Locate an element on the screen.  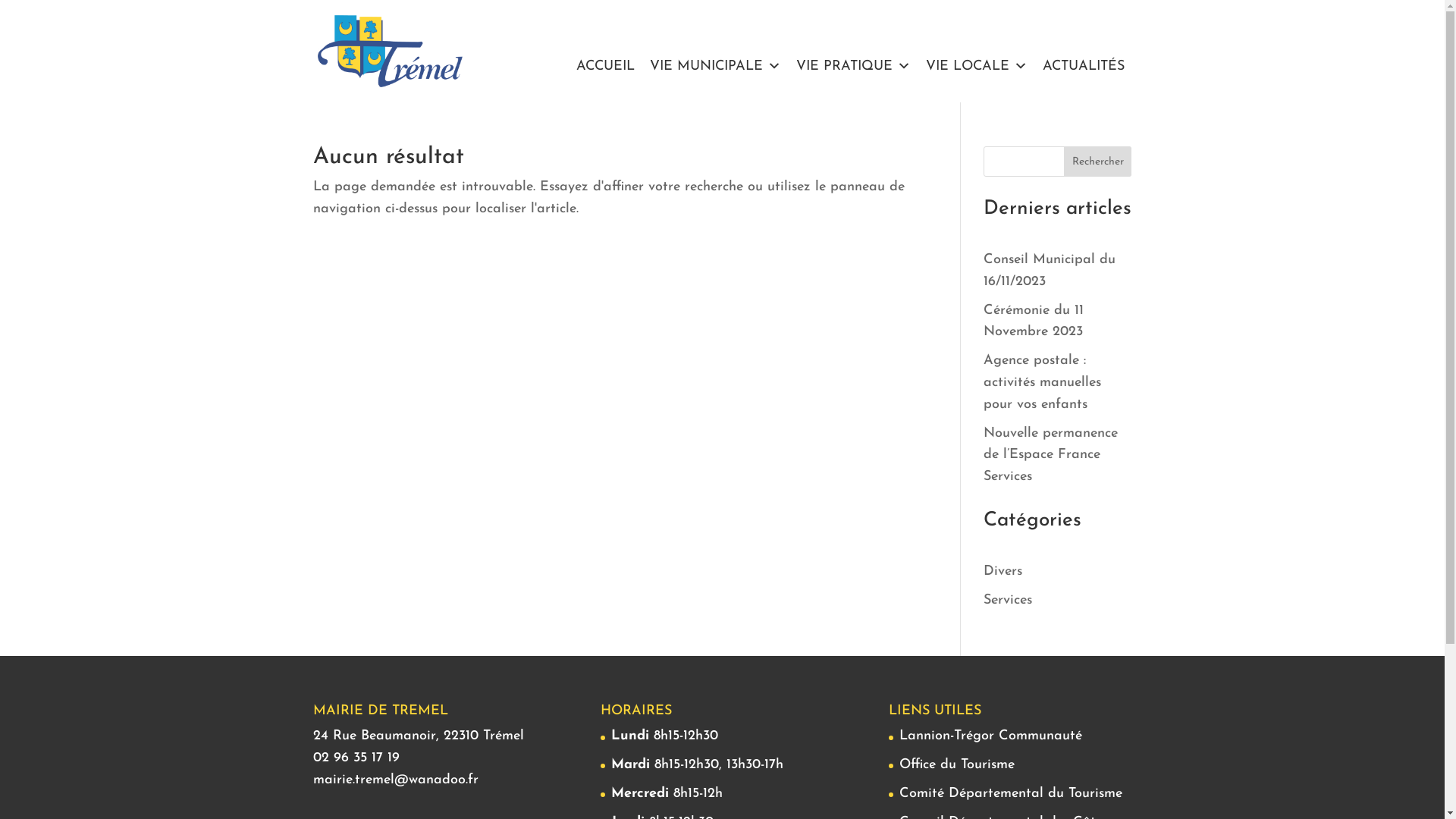
'Office du Tourisme' is located at coordinates (956, 764).